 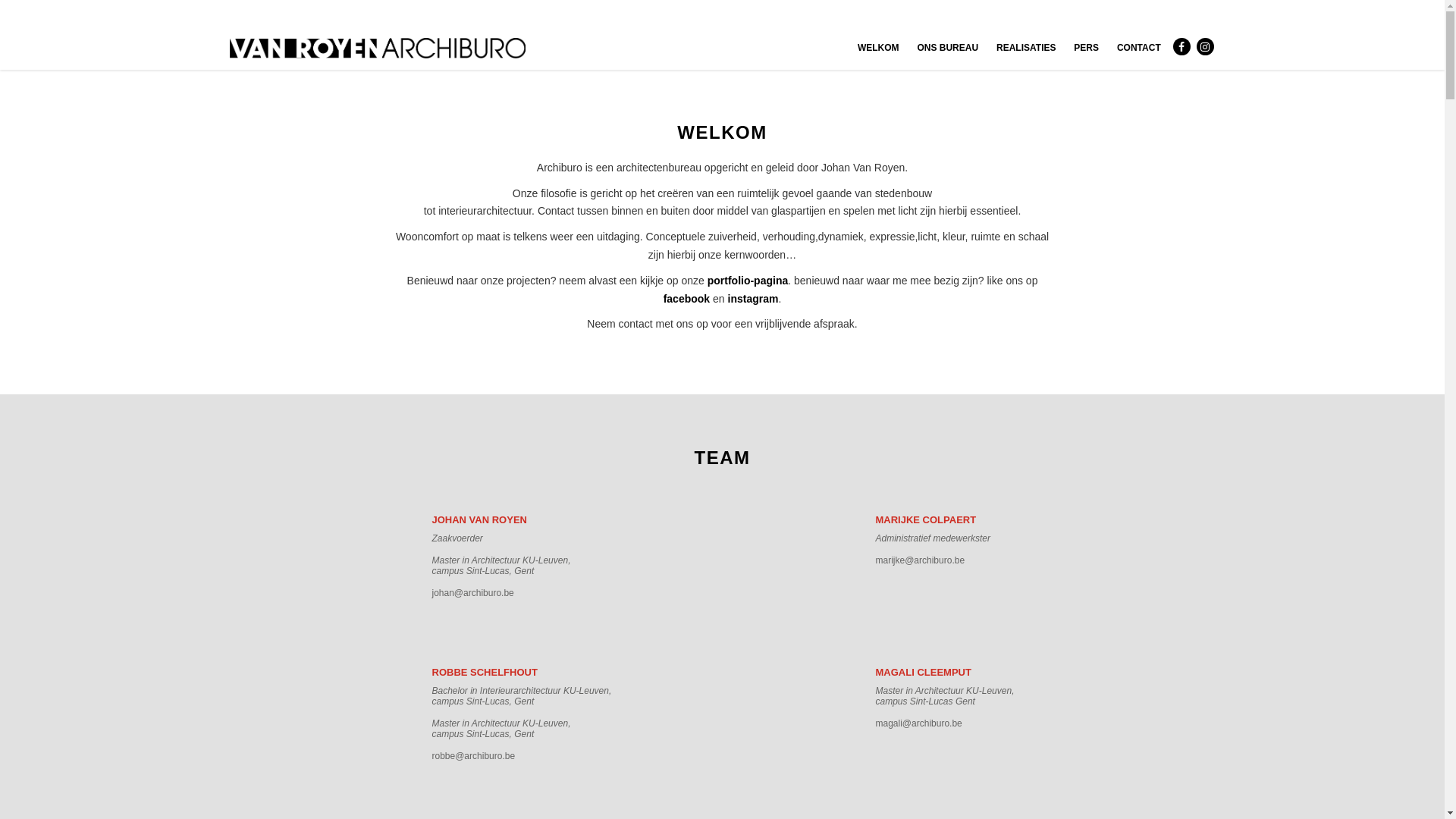 I want to click on 'PERS', so click(x=1085, y=47).